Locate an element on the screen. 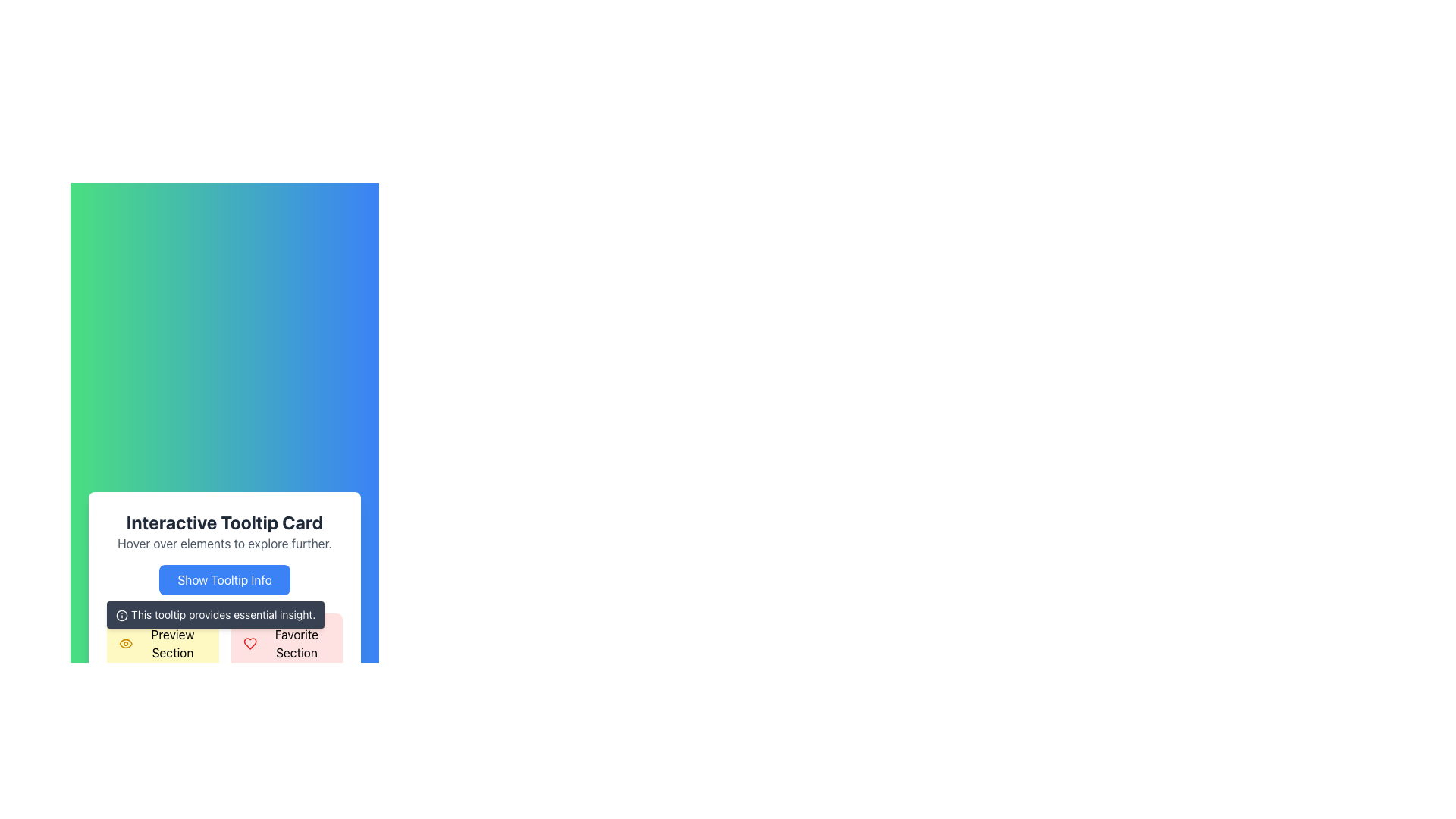 The image size is (1456, 819). the 'Favorite Section' button located in the right column of the two-column grid layout to trigger the tooltip is located at coordinates (287, 643).